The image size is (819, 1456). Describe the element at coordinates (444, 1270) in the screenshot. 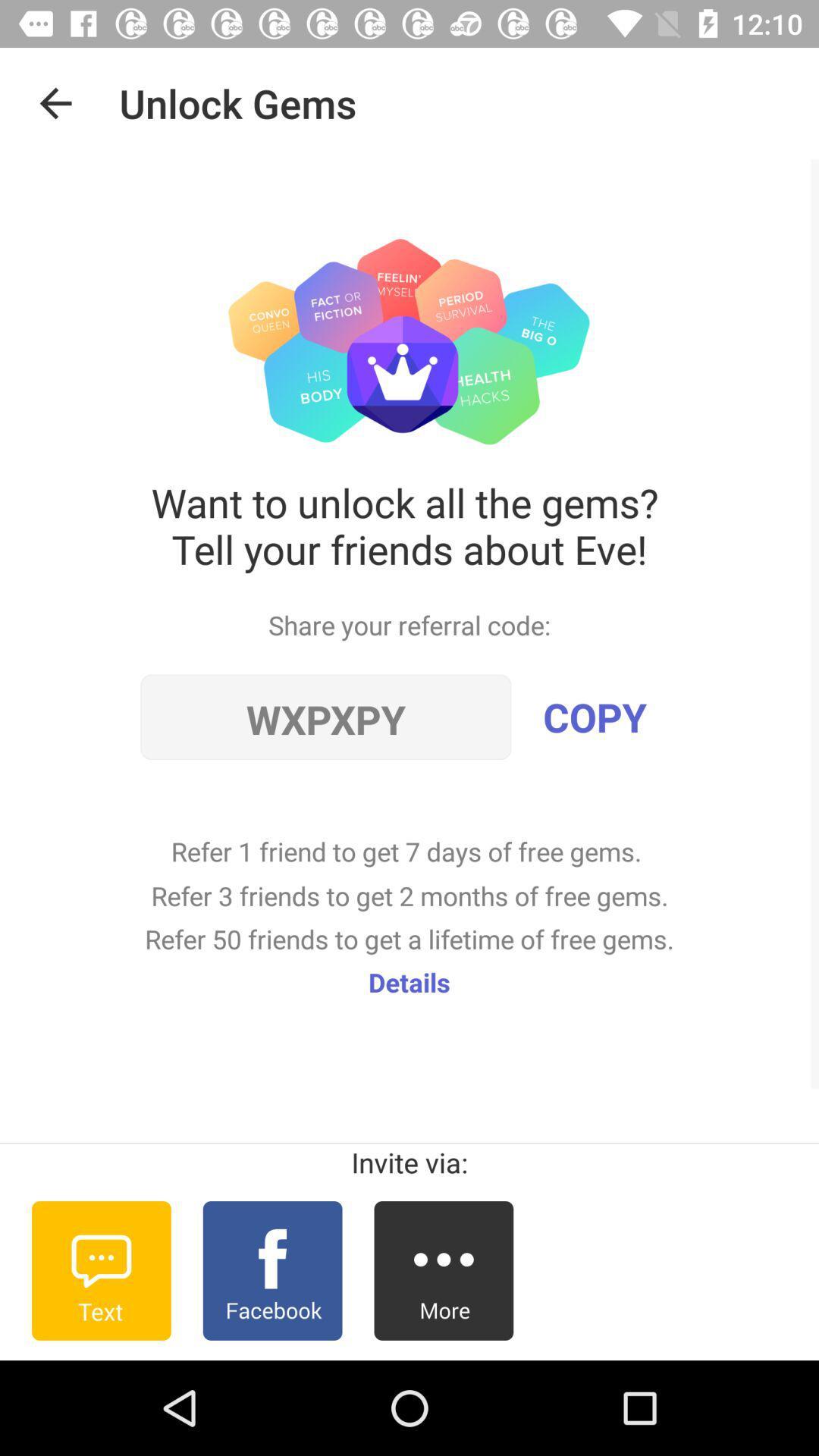

I see `more options` at that location.